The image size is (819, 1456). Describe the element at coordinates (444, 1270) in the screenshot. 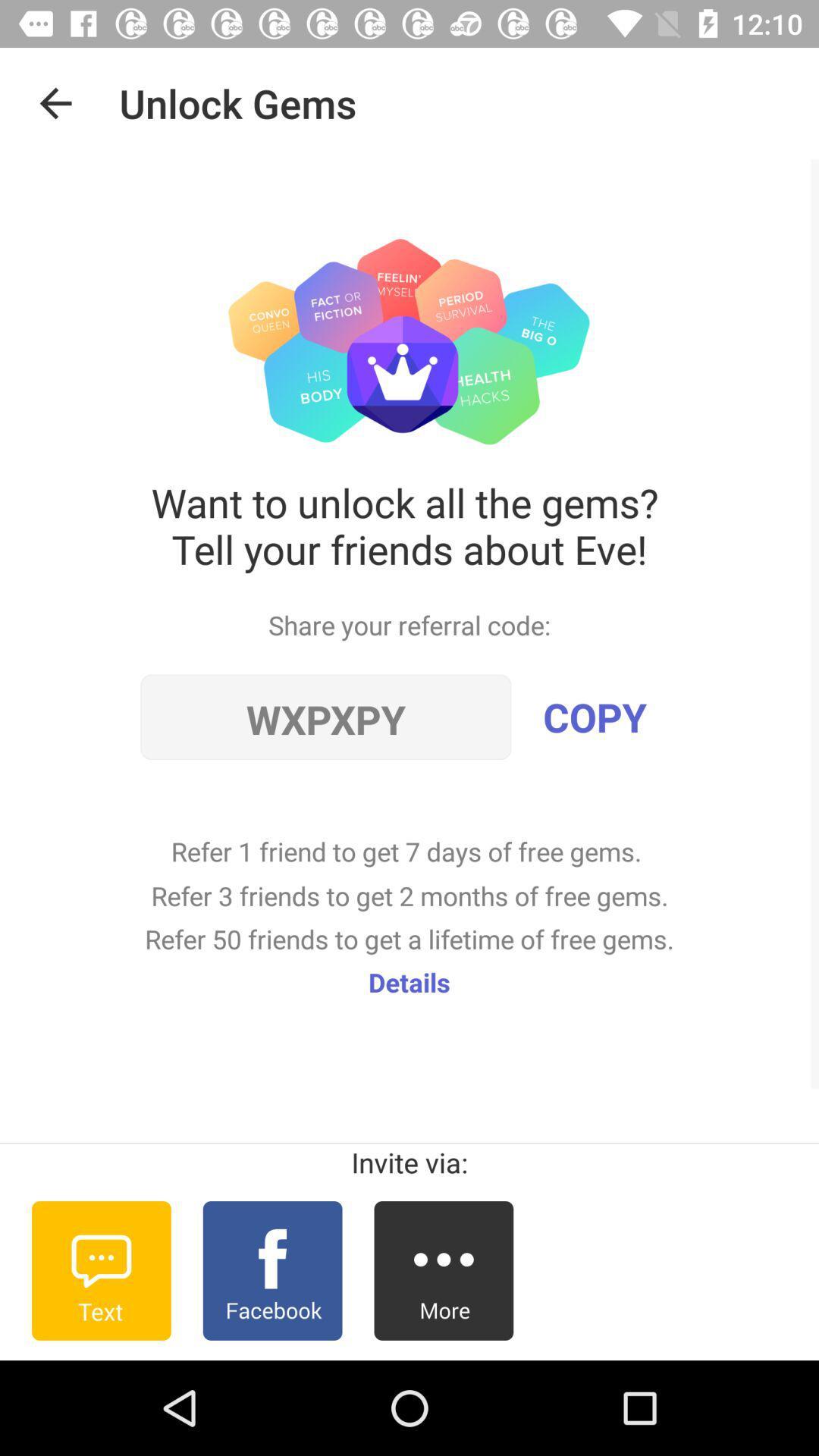

I see `more options` at that location.